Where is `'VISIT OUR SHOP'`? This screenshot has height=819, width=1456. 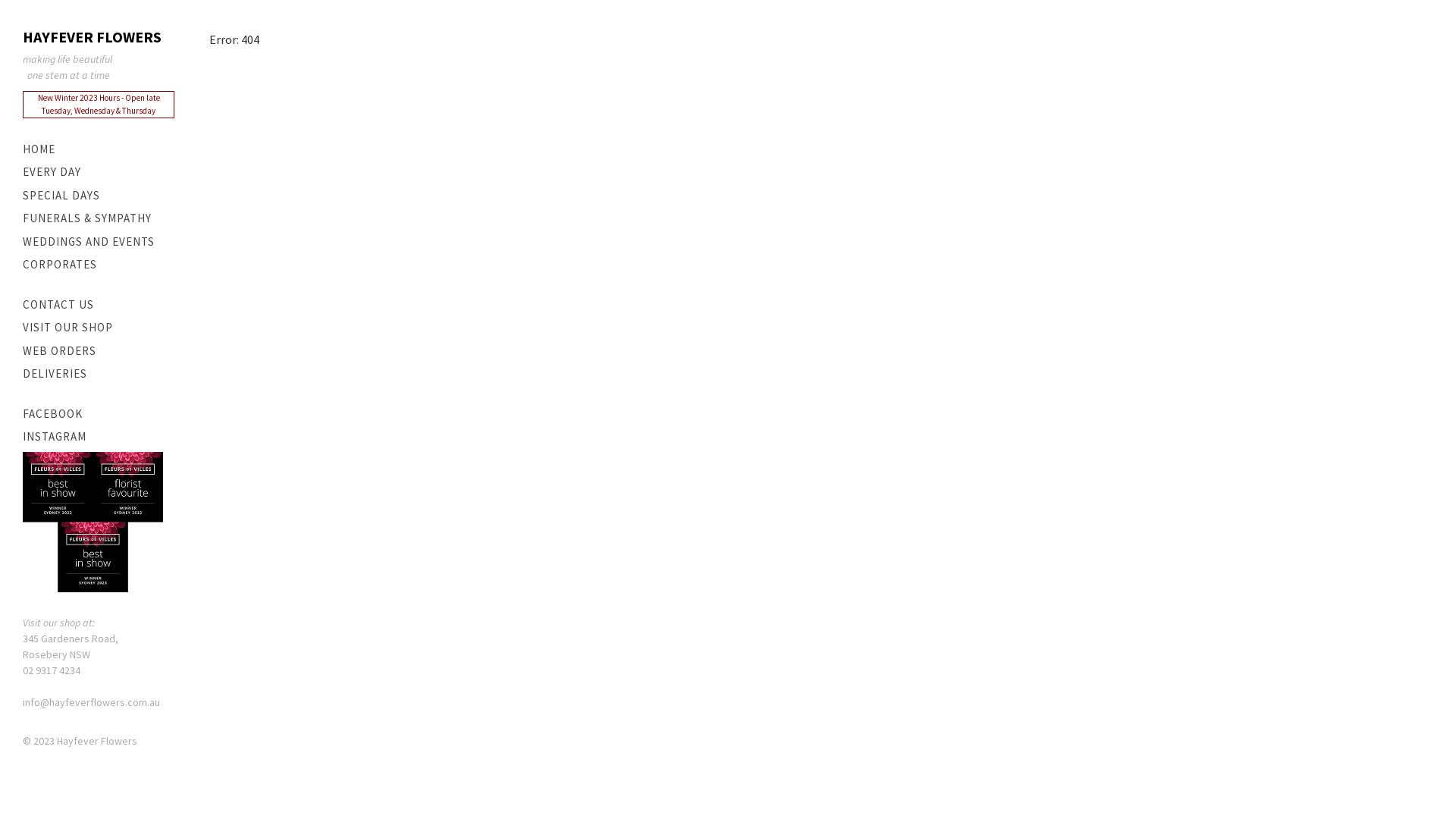
'VISIT OUR SHOP' is located at coordinates (97, 327).